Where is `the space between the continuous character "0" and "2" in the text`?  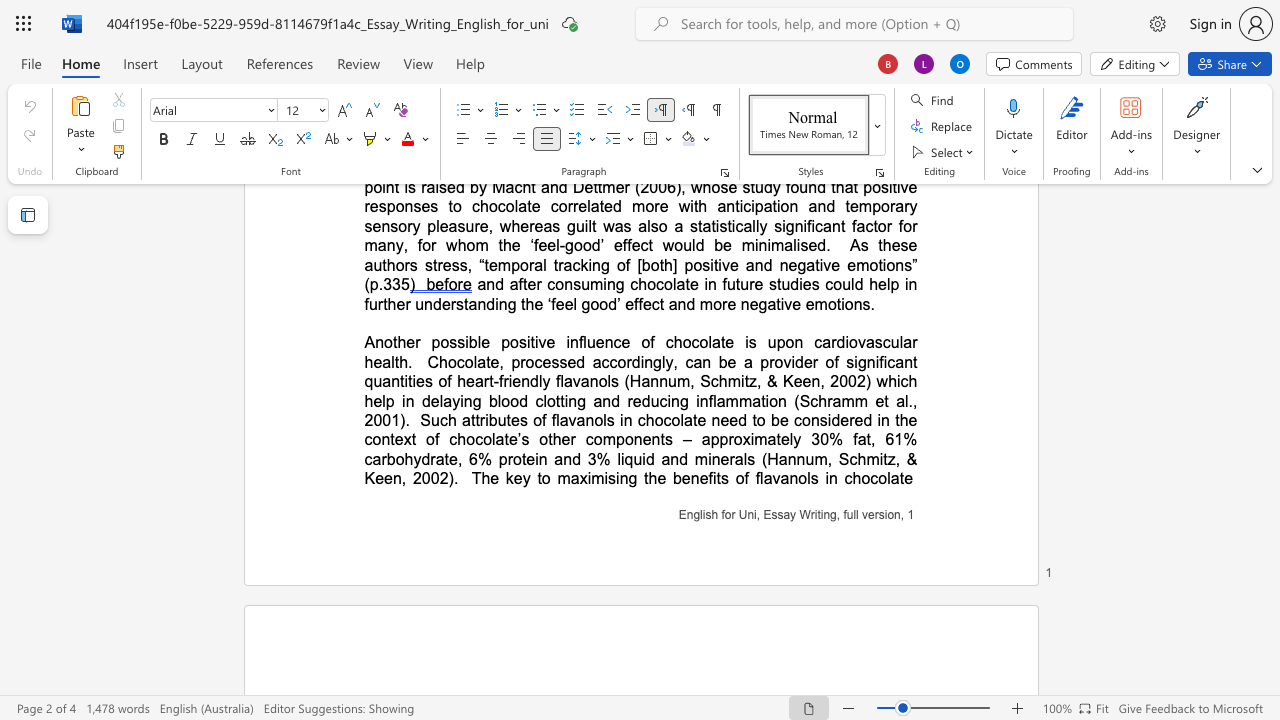
the space between the continuous character "0" and "2" in the text is located at coordinates (438, 478).